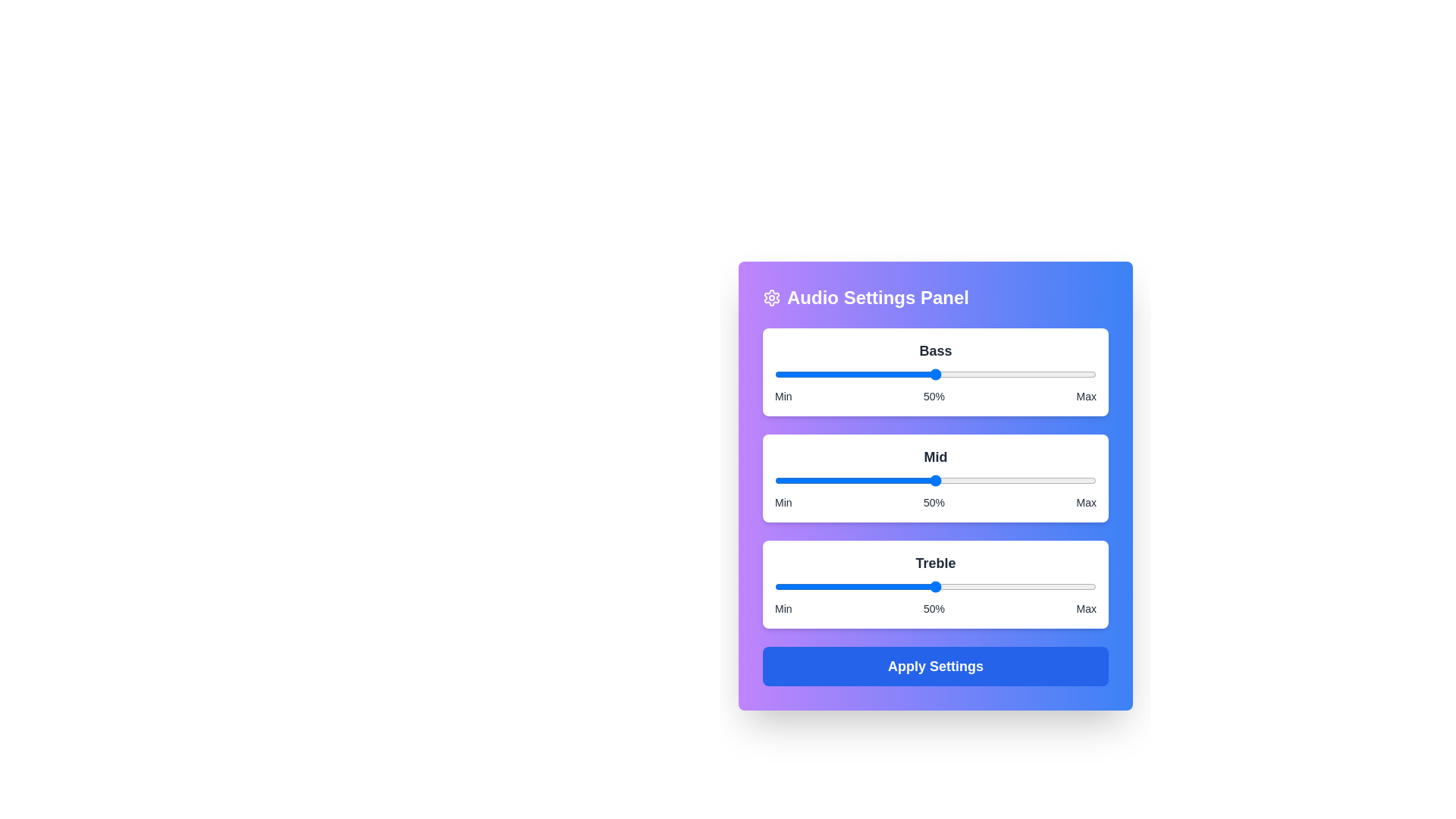  What do you see at coordinates (996, 374) in the screenshot?
I see `the bass level` at bounding box center [996, 374].